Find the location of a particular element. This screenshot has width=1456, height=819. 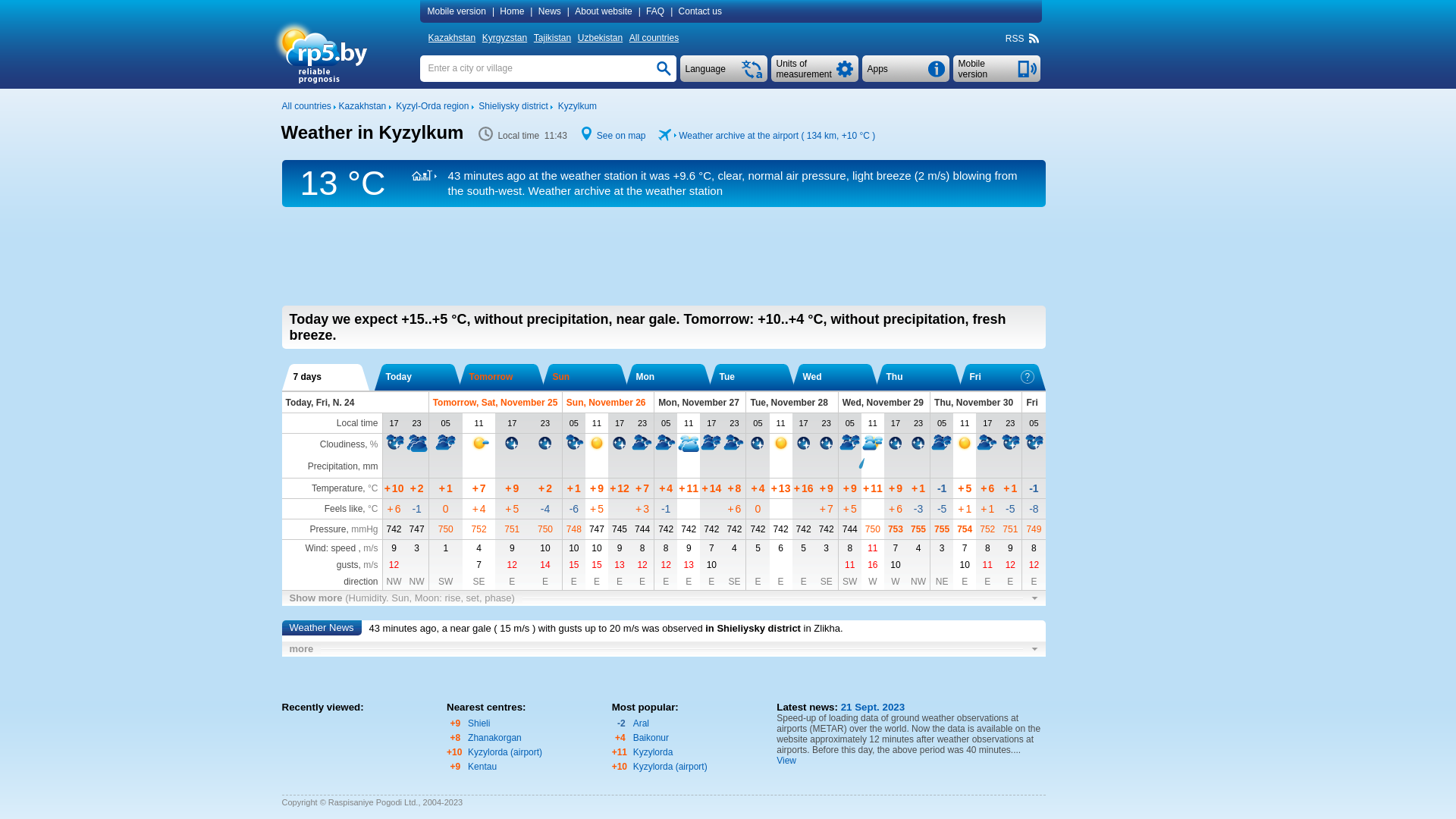

'Fri' is located at coordinates (1001, 376).